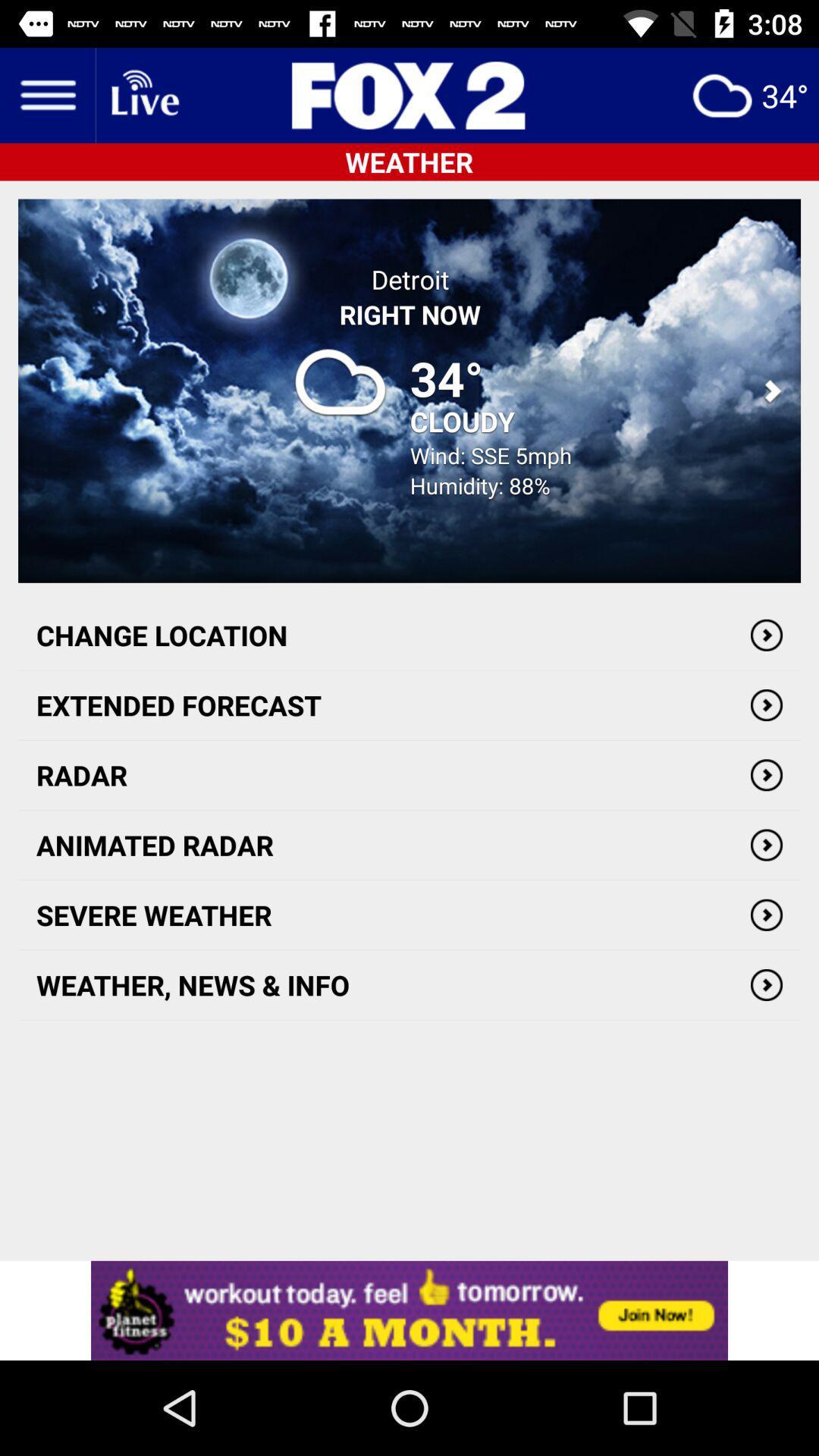 The width and height of the screenshot is (819, 1456). I want to click on the menu icon, so click(46, 94).